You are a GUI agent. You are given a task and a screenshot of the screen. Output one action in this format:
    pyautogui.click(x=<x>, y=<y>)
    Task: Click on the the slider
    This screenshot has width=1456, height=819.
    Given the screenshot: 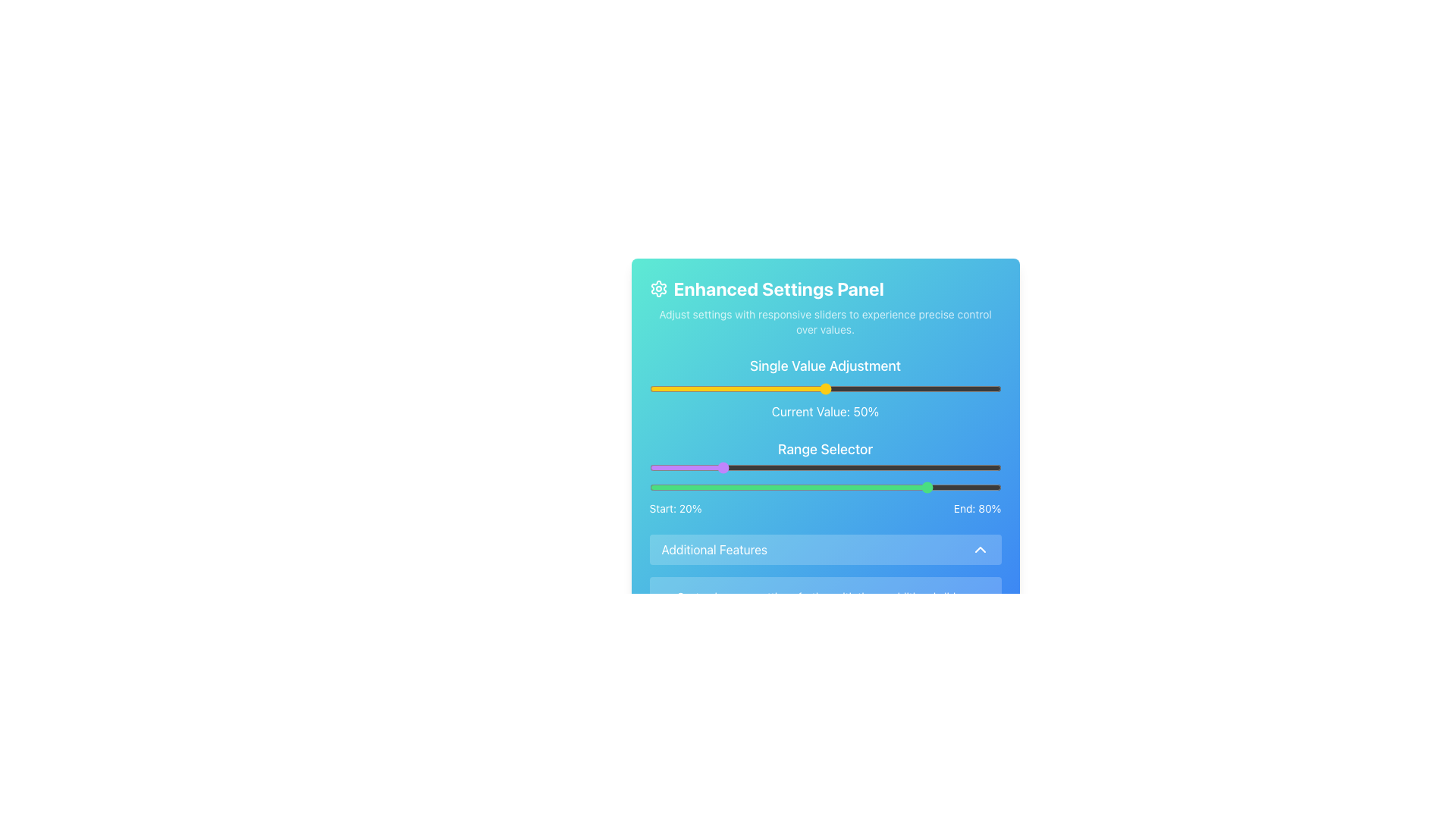 What is the action you would take?
    pyautogui.click(x=670, y=388)
    